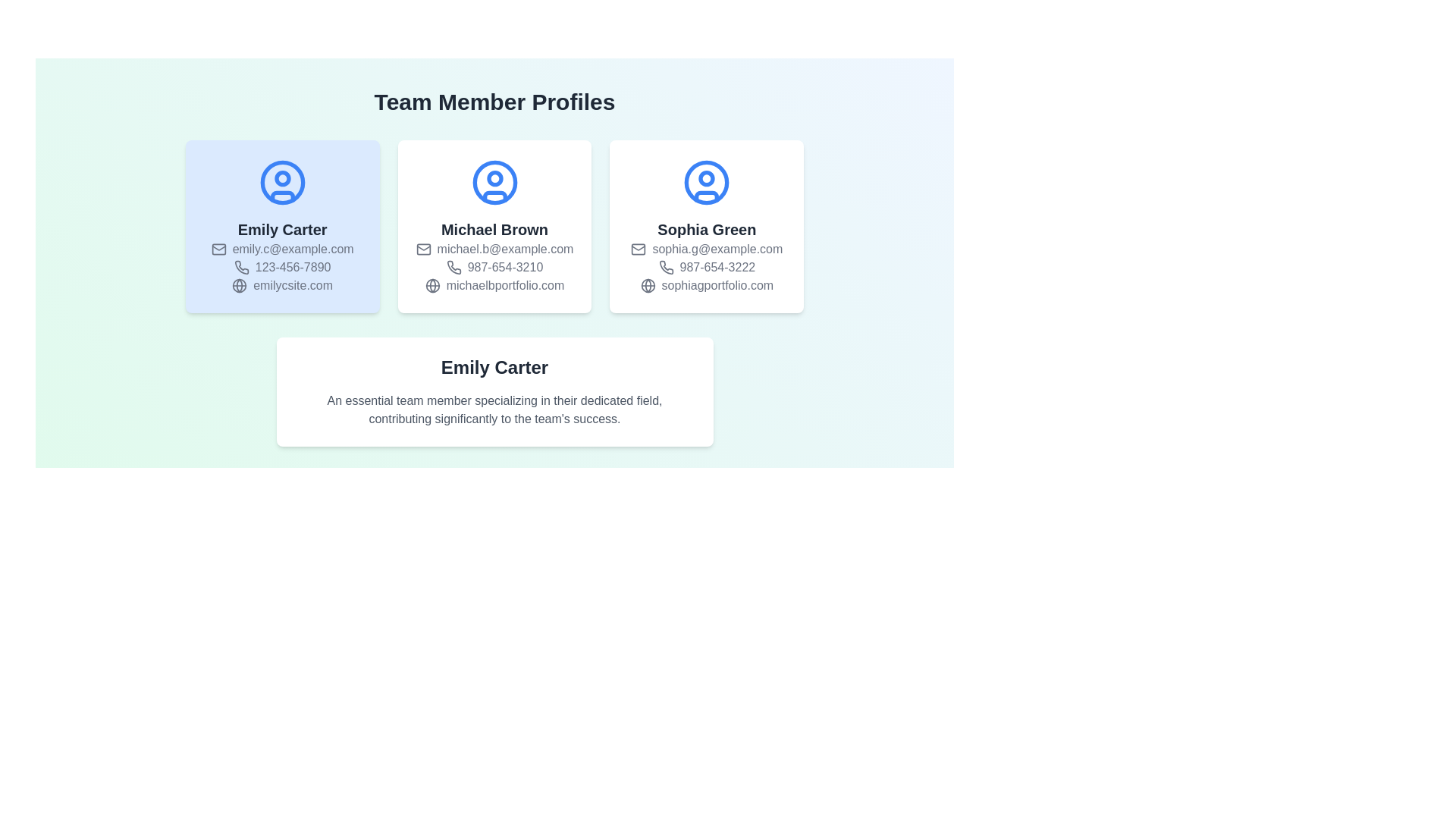  What do you see at coordinates (648, 286) in the screenshot?
I see `the small circular globe icon preceding the text link 'sophiagportfolio.com' in the 'Sophia Green' profile card` at bounding box center [648, 286].